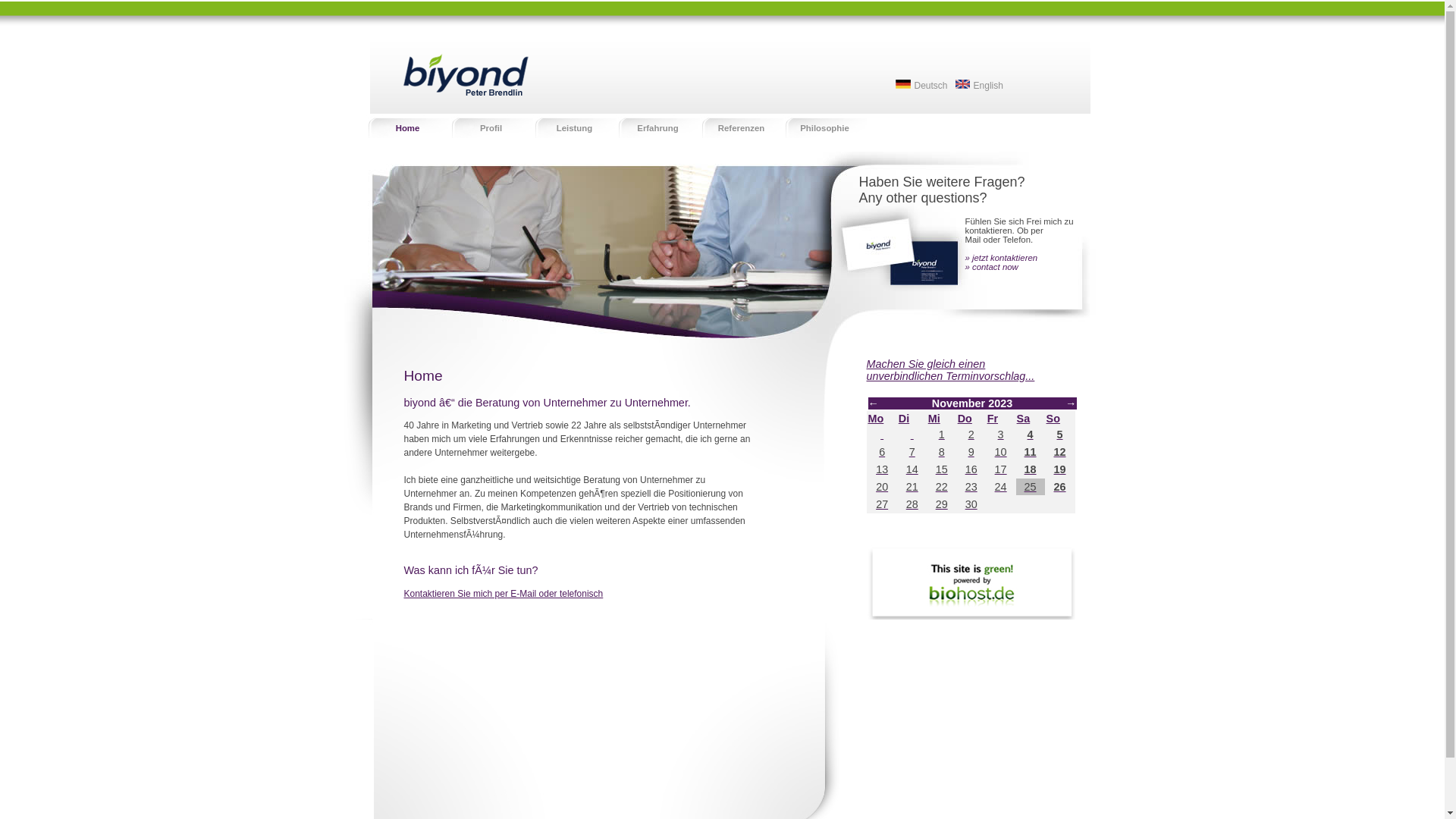 This screenshot has width=1456, height=819. What do you see at coordinates (912, 504) in the screenshot?
I see `'28'` at bounding box center [912, 504].